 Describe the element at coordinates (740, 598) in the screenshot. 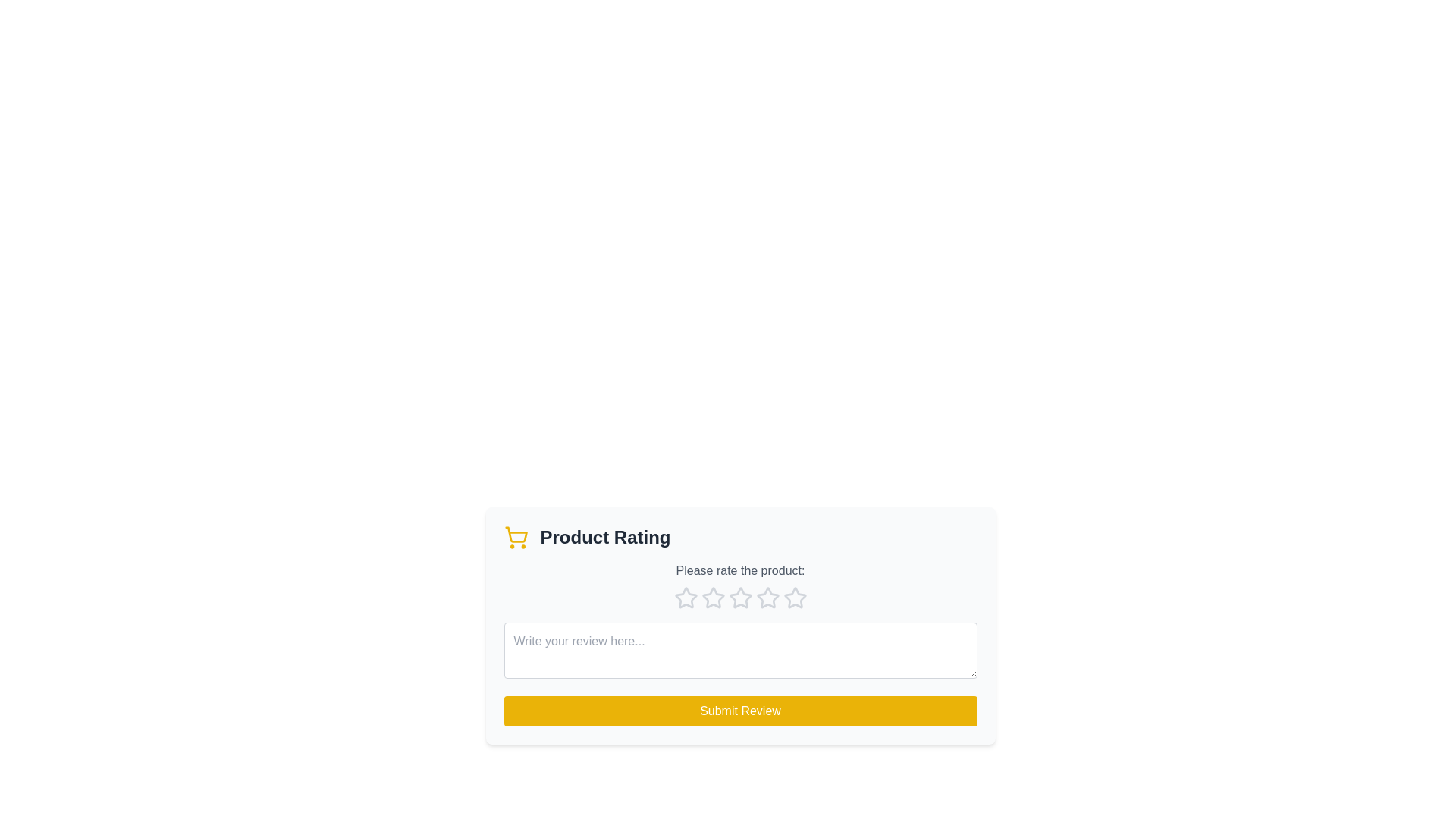

I see `the star icon in the Rating selector component` at that location.